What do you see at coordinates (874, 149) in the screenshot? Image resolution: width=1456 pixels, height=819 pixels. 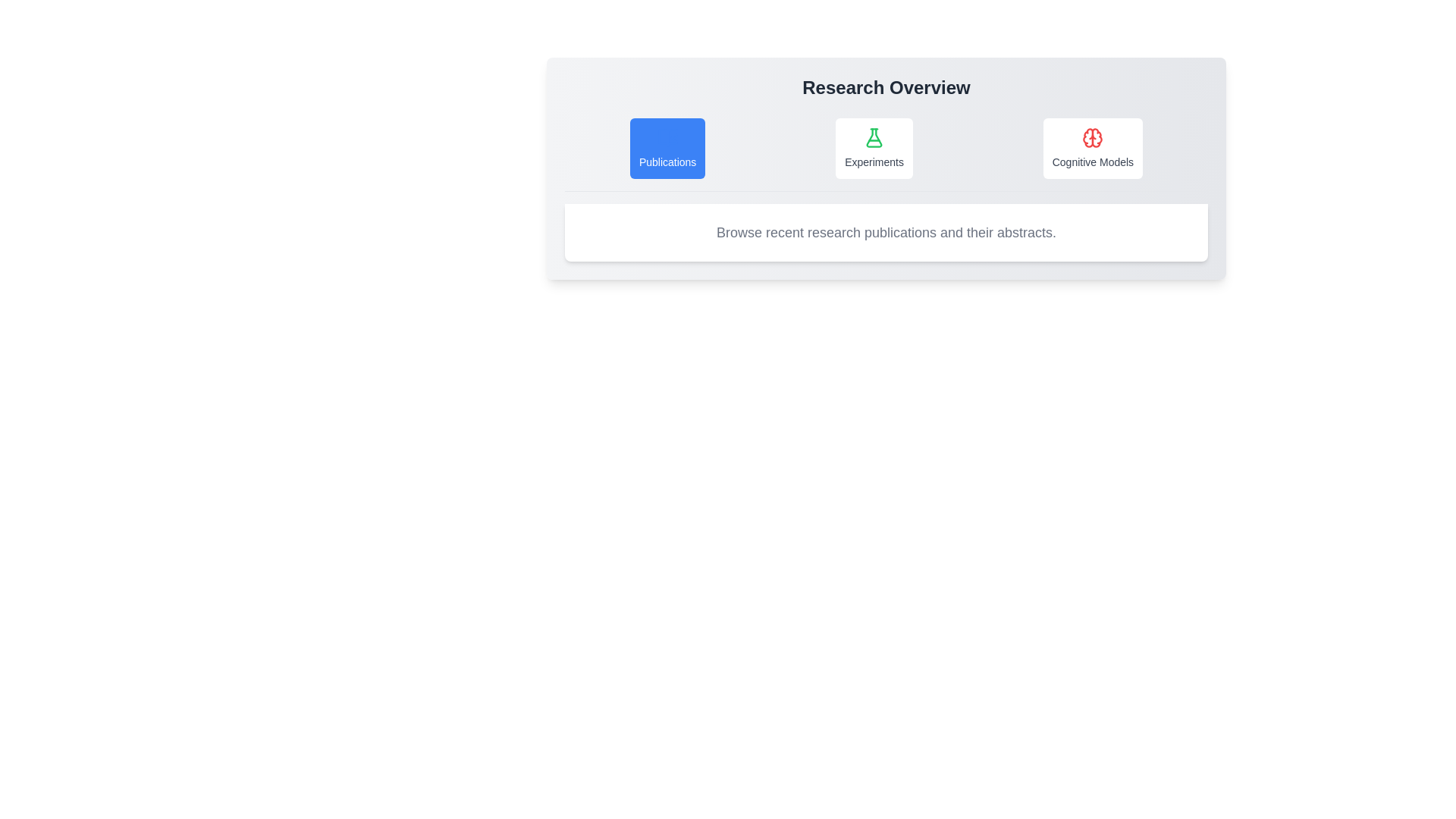 I see `the tab labeled Experiments` at bounding box center [874, 149].